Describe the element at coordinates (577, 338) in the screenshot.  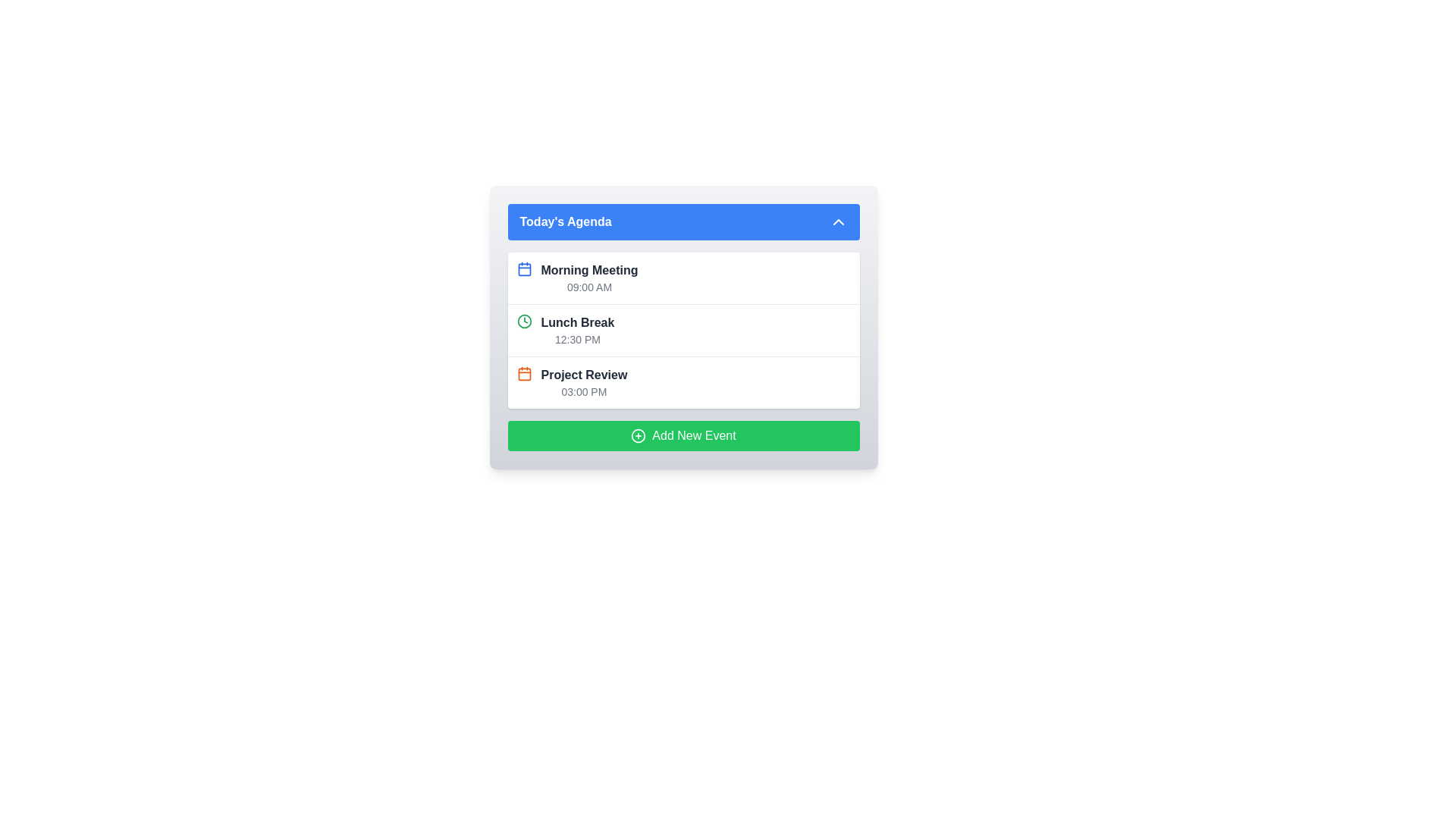
I see `the information displayed in the text element representing the scheduled time` at that location.